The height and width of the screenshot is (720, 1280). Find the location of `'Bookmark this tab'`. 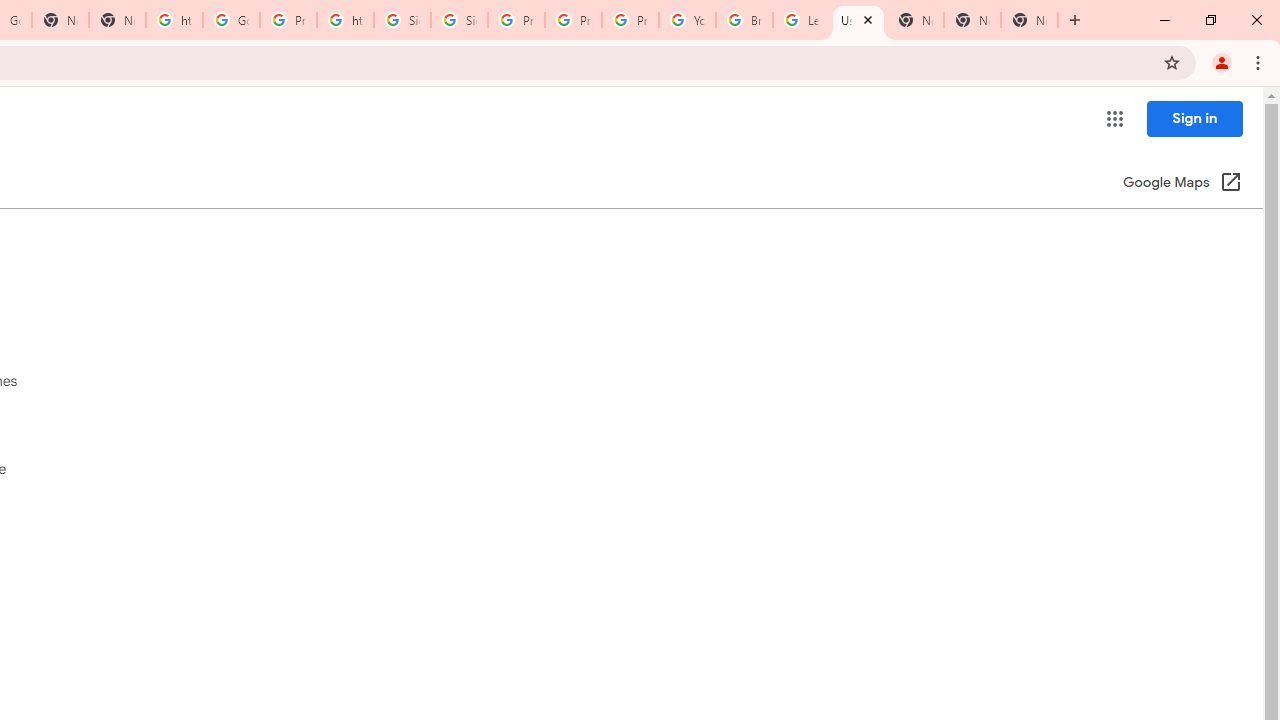

'Bookmark this tab' is located at coordinates (1171, 61).